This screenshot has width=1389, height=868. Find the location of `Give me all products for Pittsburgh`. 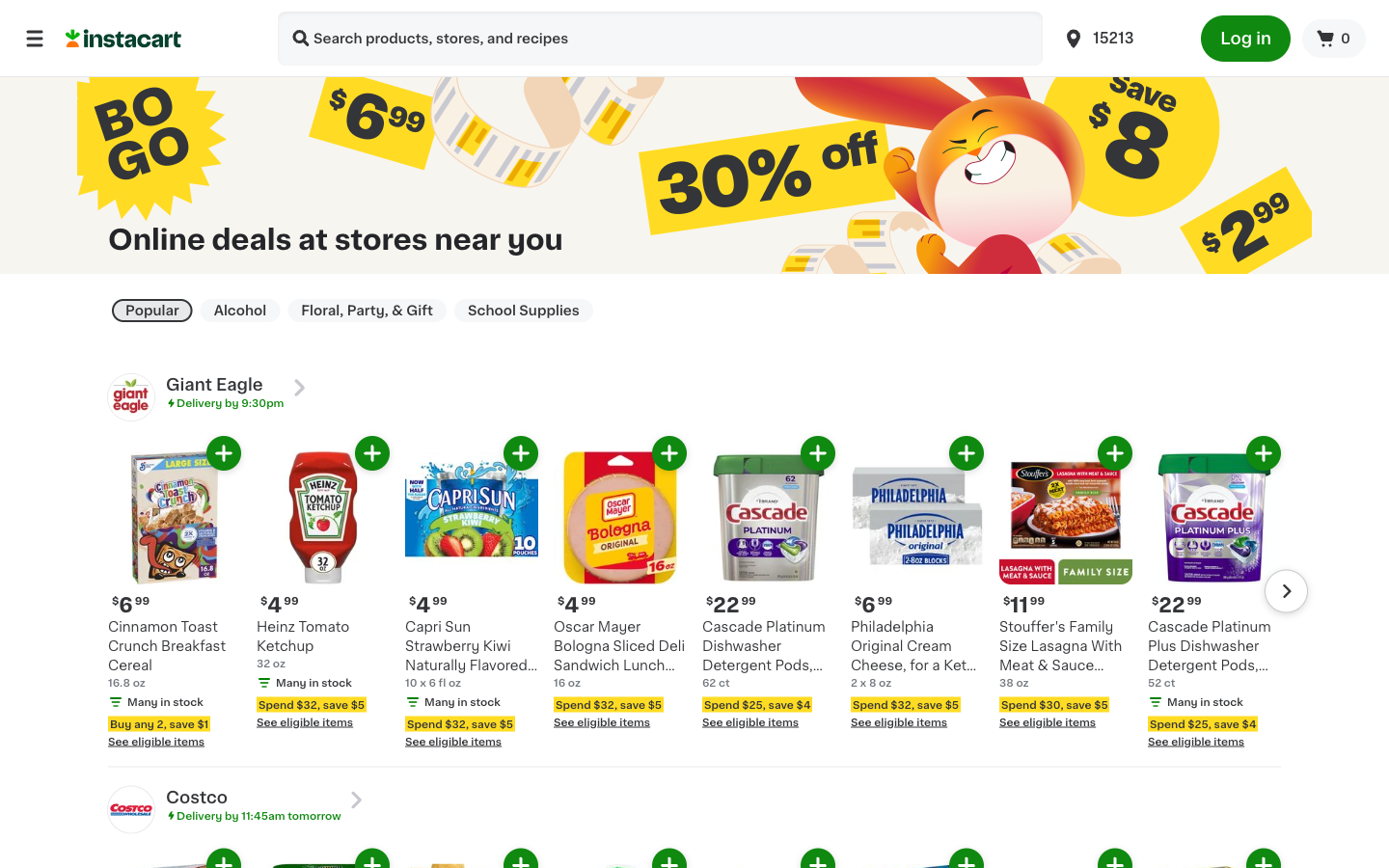

Give me all products for Pittsburgh is located at coordinates (1120, 37).